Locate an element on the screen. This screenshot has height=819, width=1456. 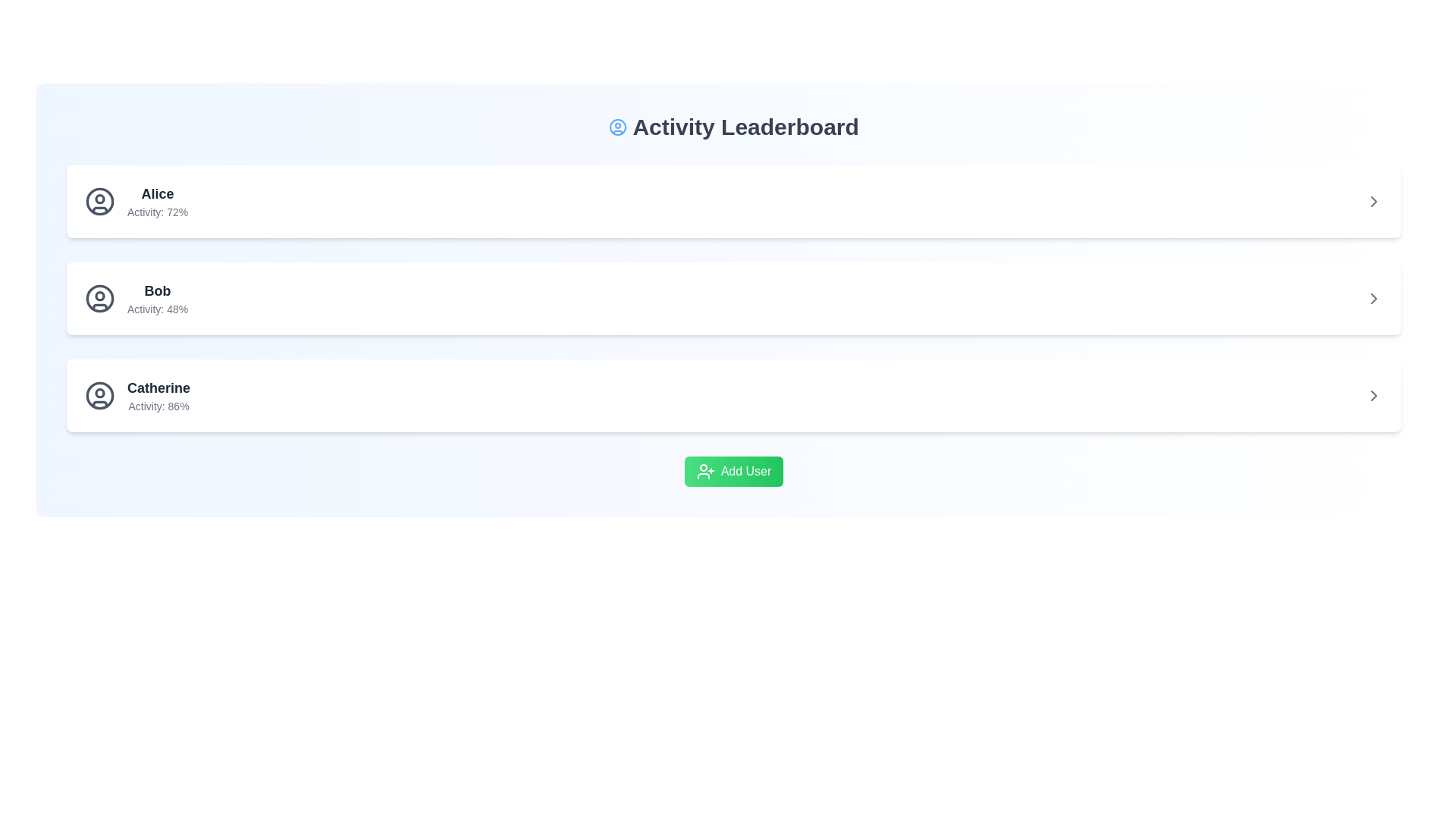
the circular graphic element inside the user profile icon for 'Bob' in the leaderboard interface is located at coordinates (99, 298).